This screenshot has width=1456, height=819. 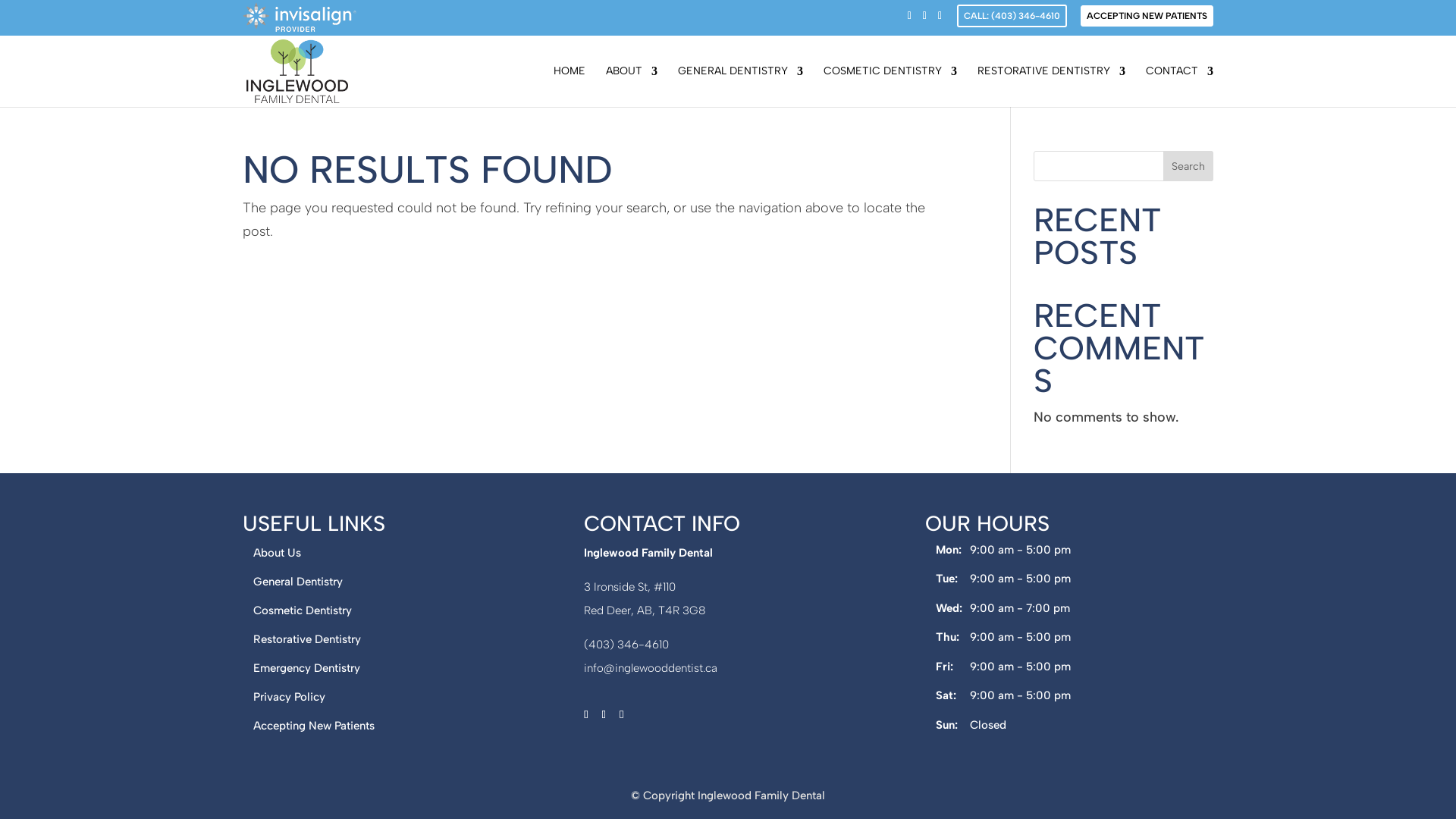 What do you see at coordinates (568, 86) in the screenshot?
I see `'HOME'` at bounding box center [568, 86].